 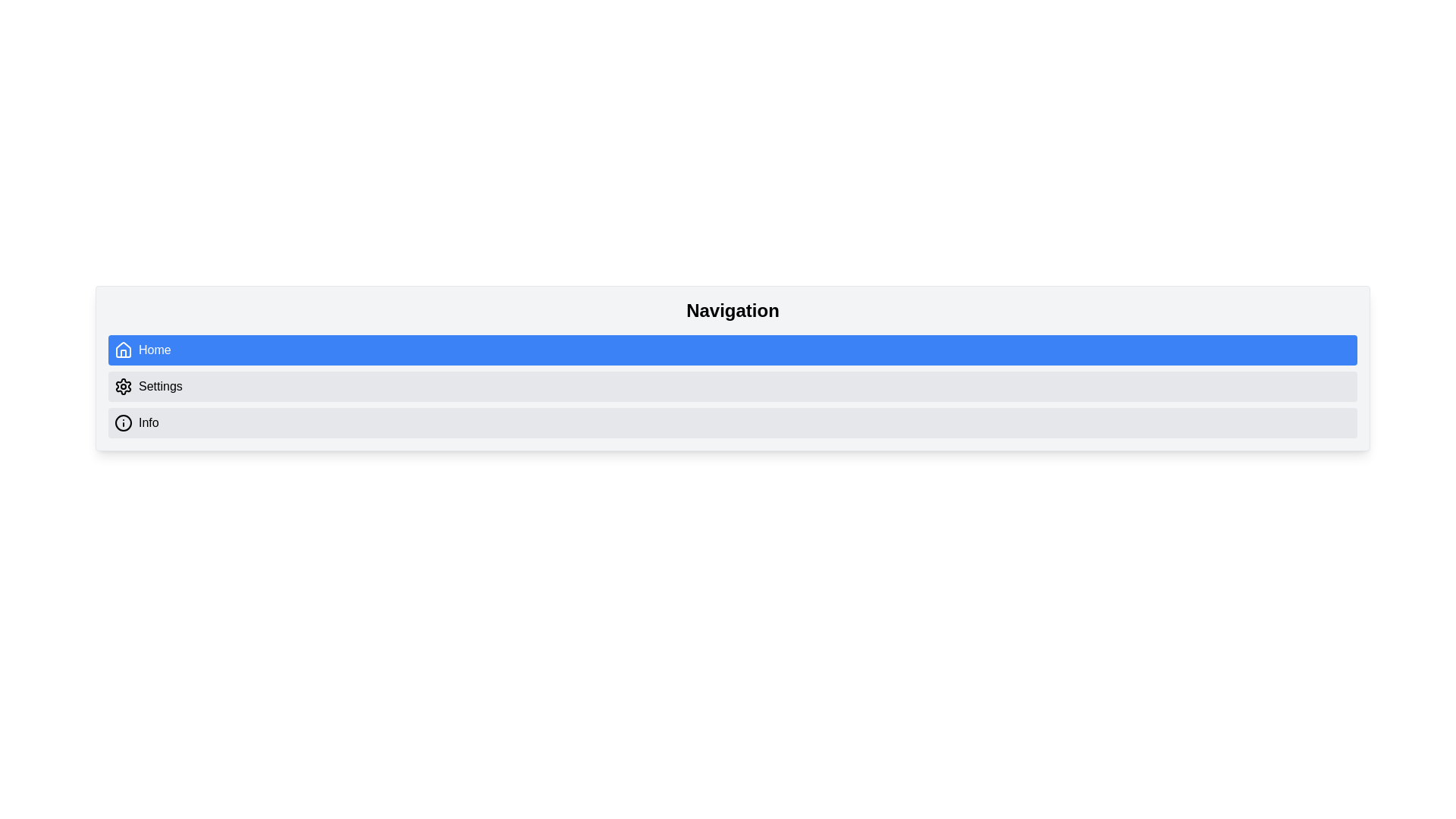 I want to click on the 'Home' icon in the topmost navigation menu, which visually represents the home navigation option, so click(x=124, y=350).